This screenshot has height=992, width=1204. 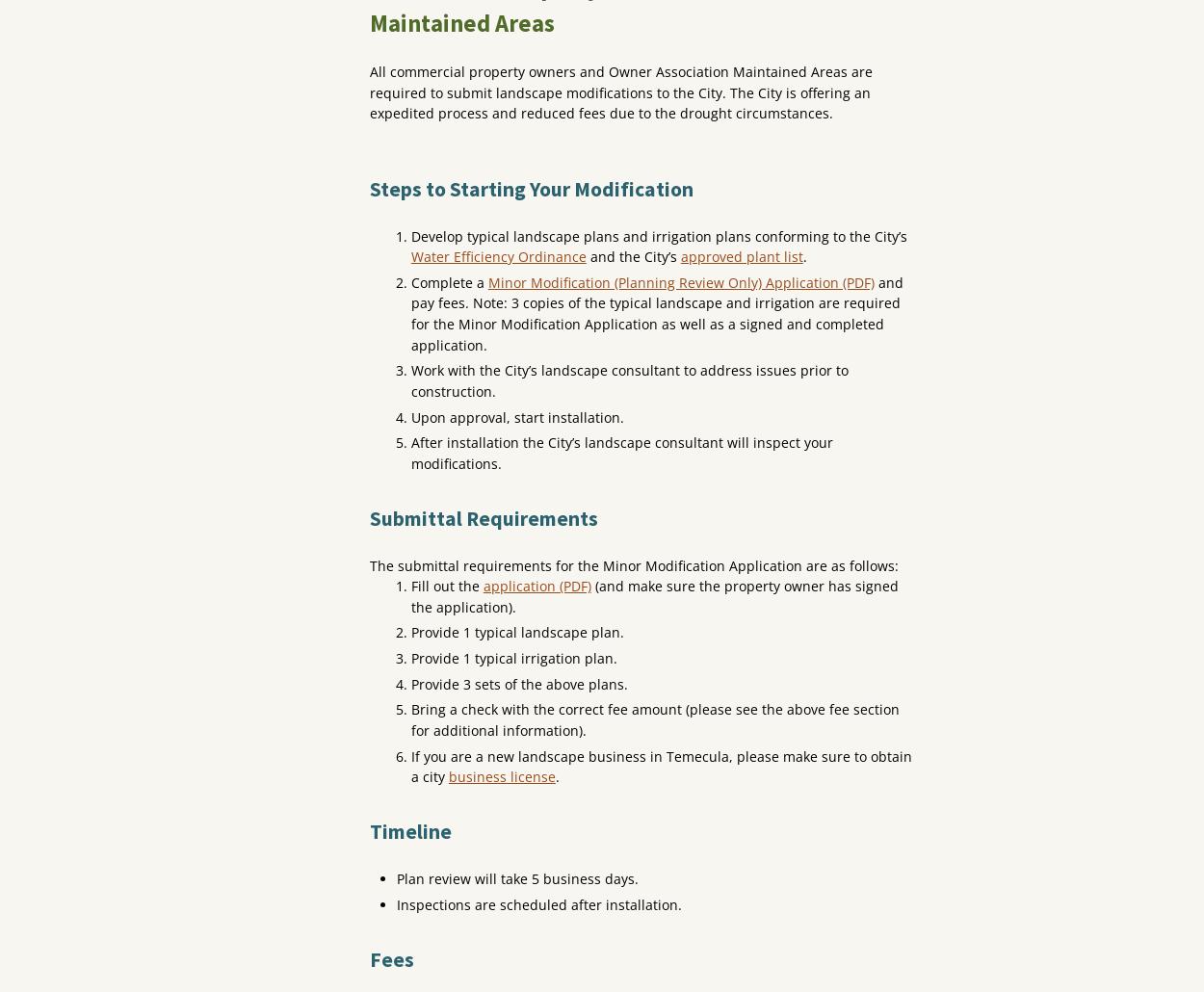 I want to click on 'Minor Modification (Planning Review Only) Application (PDF)', so click(x=679, y=280).